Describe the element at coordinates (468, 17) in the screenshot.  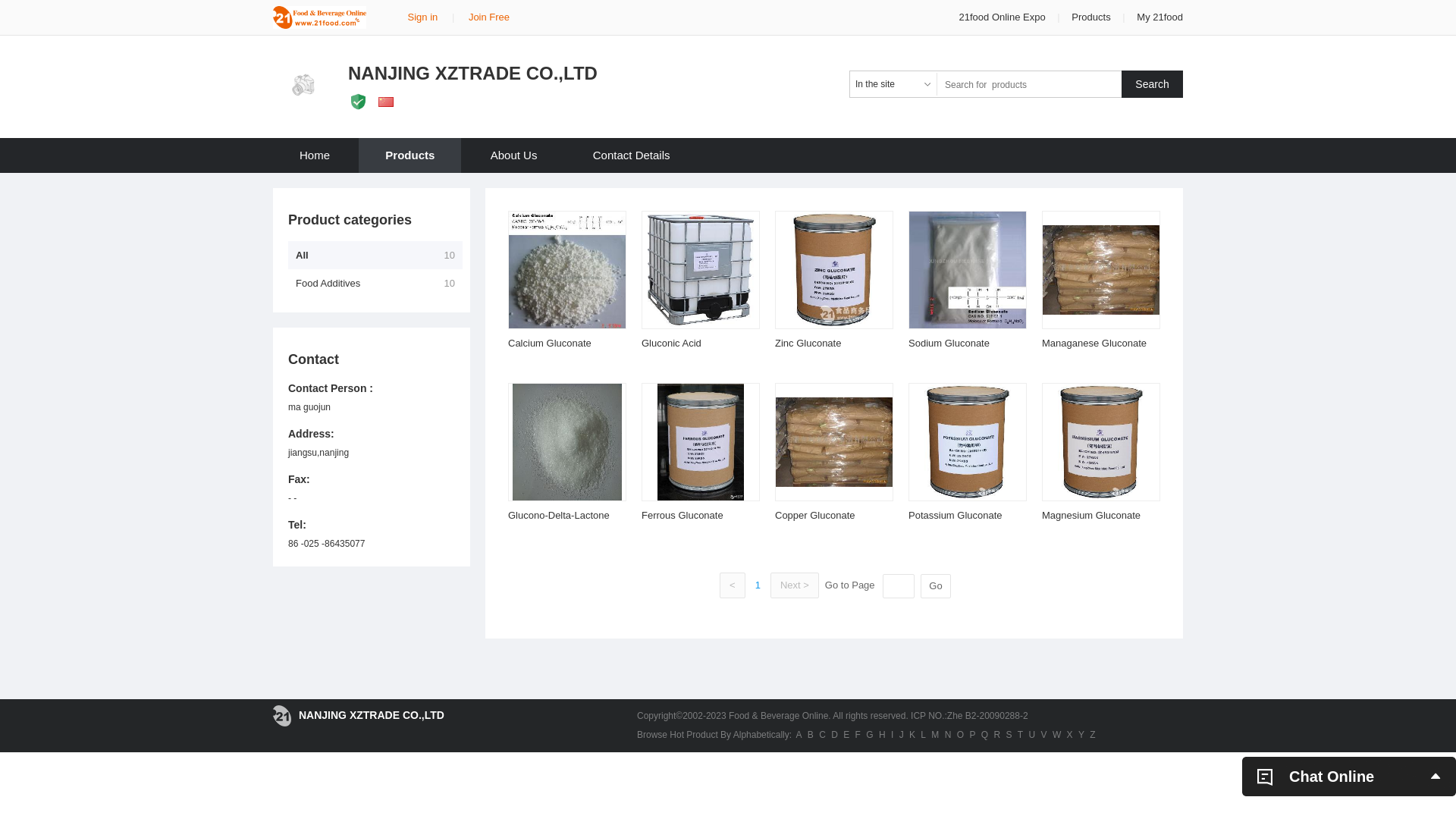
I see `'Join Free'` at that location.